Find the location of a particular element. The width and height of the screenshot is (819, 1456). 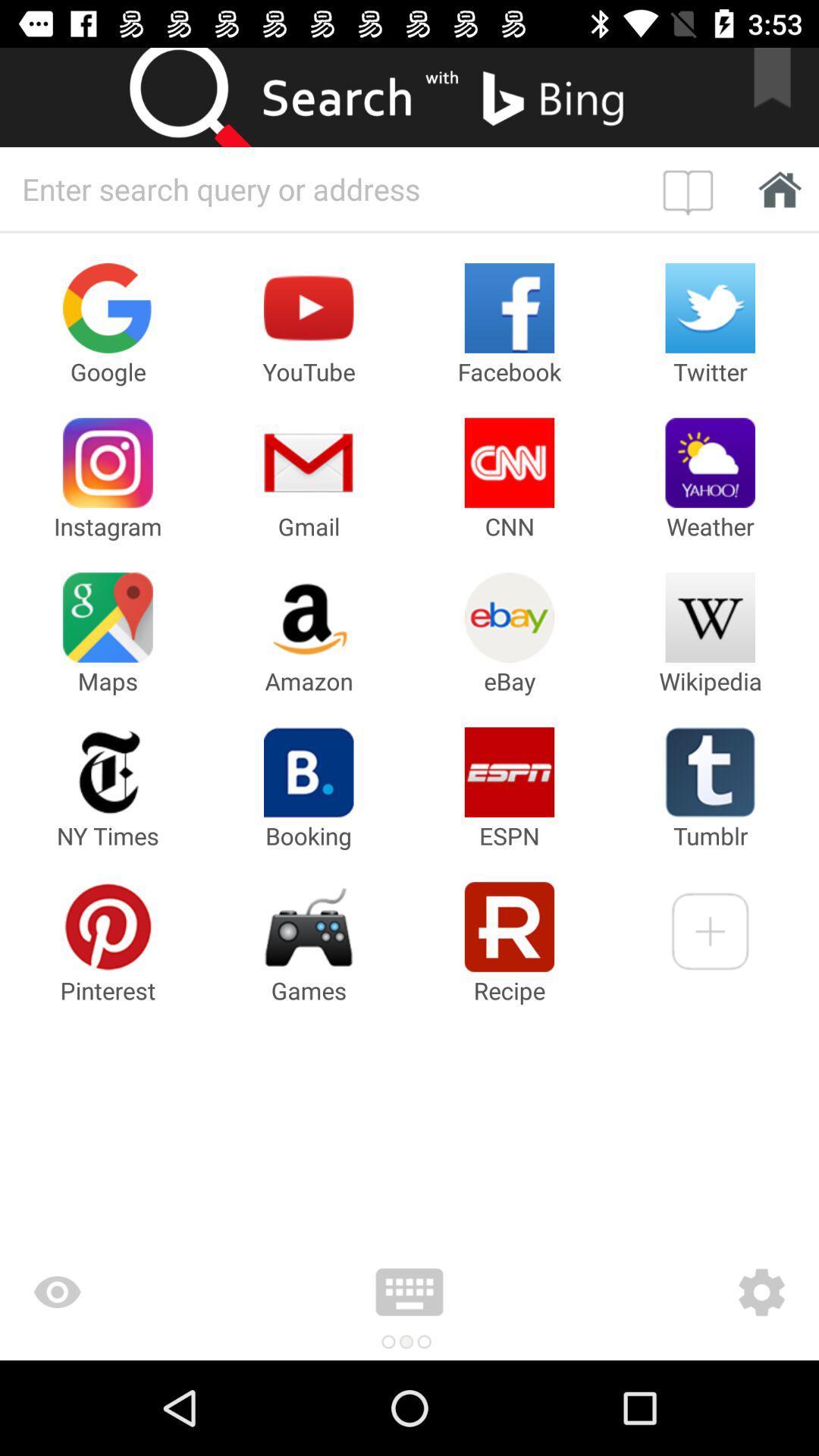

bookmark search is located at coordinates (782, 96).